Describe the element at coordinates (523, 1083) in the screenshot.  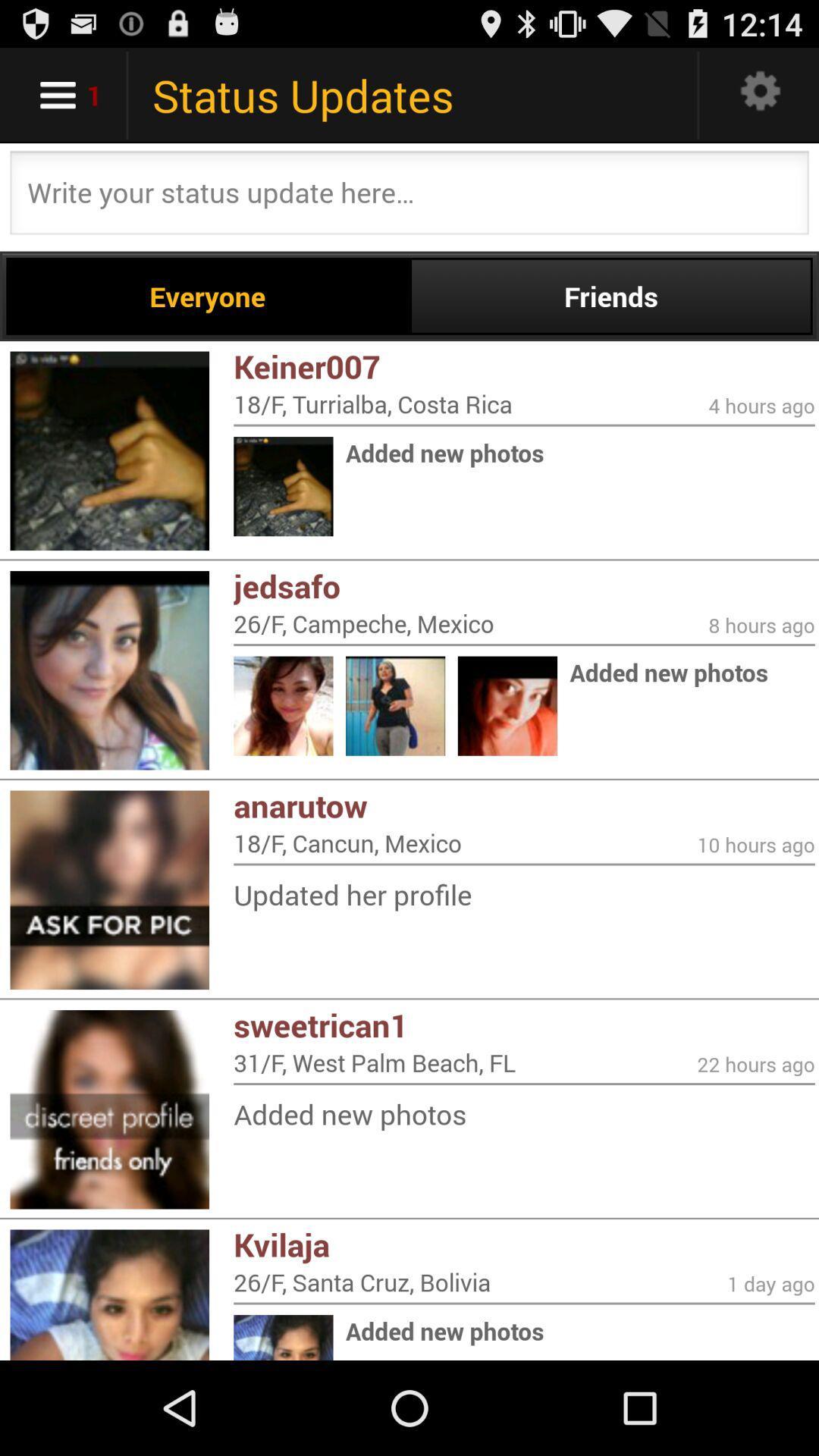
I see `icon above the added new photos item` at that location.